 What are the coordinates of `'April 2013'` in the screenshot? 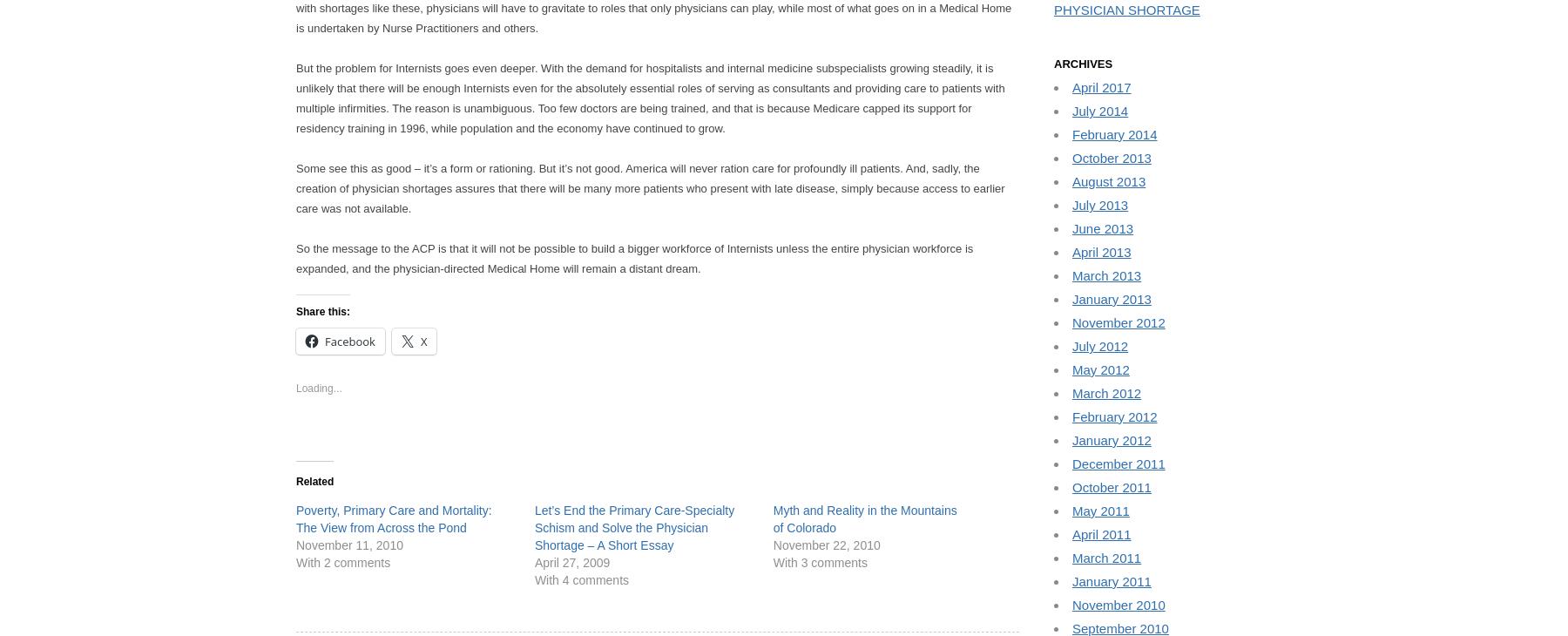 It's located at (1101, 252).